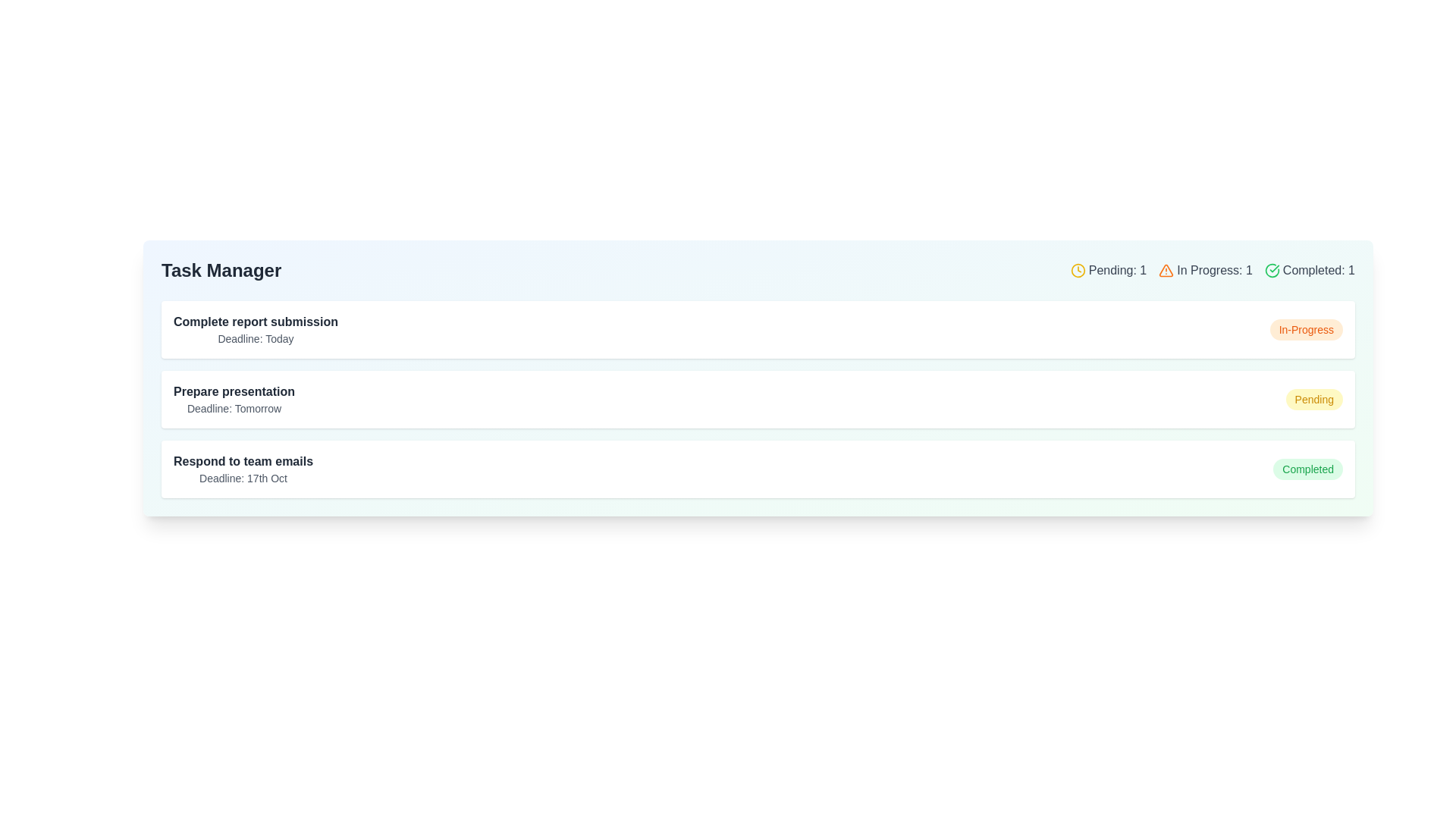 This screenshot has height=819, width=1456. What do you see at coordinates (256, 338) in the screenshot?
I see `the Text Label that indicates the deadline for the associated task, located below the title 'Complete report submission' in the first task panel` at bounding box center [256, 338].